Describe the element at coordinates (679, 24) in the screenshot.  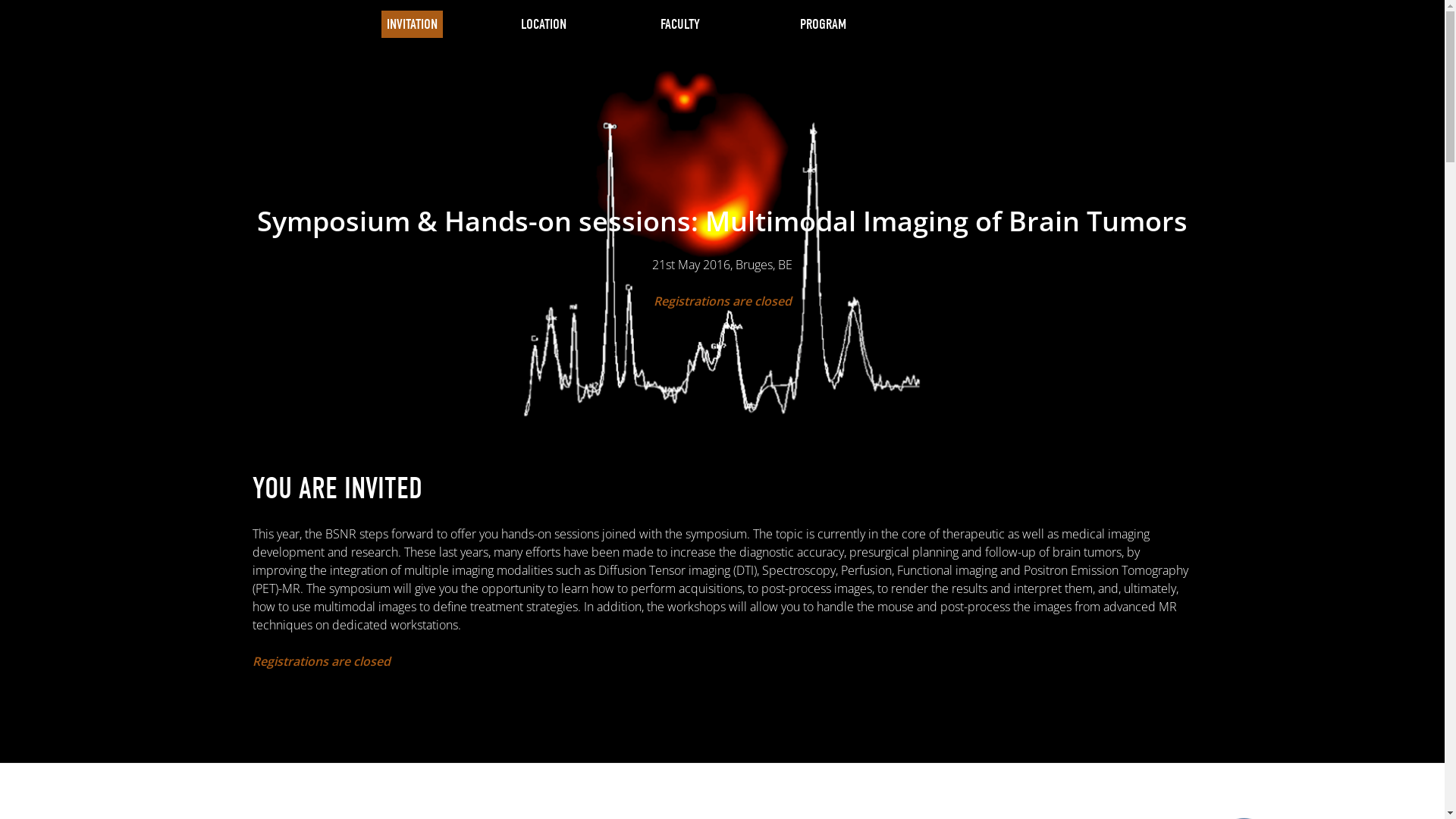
I see `'FACULTY'` at that location.